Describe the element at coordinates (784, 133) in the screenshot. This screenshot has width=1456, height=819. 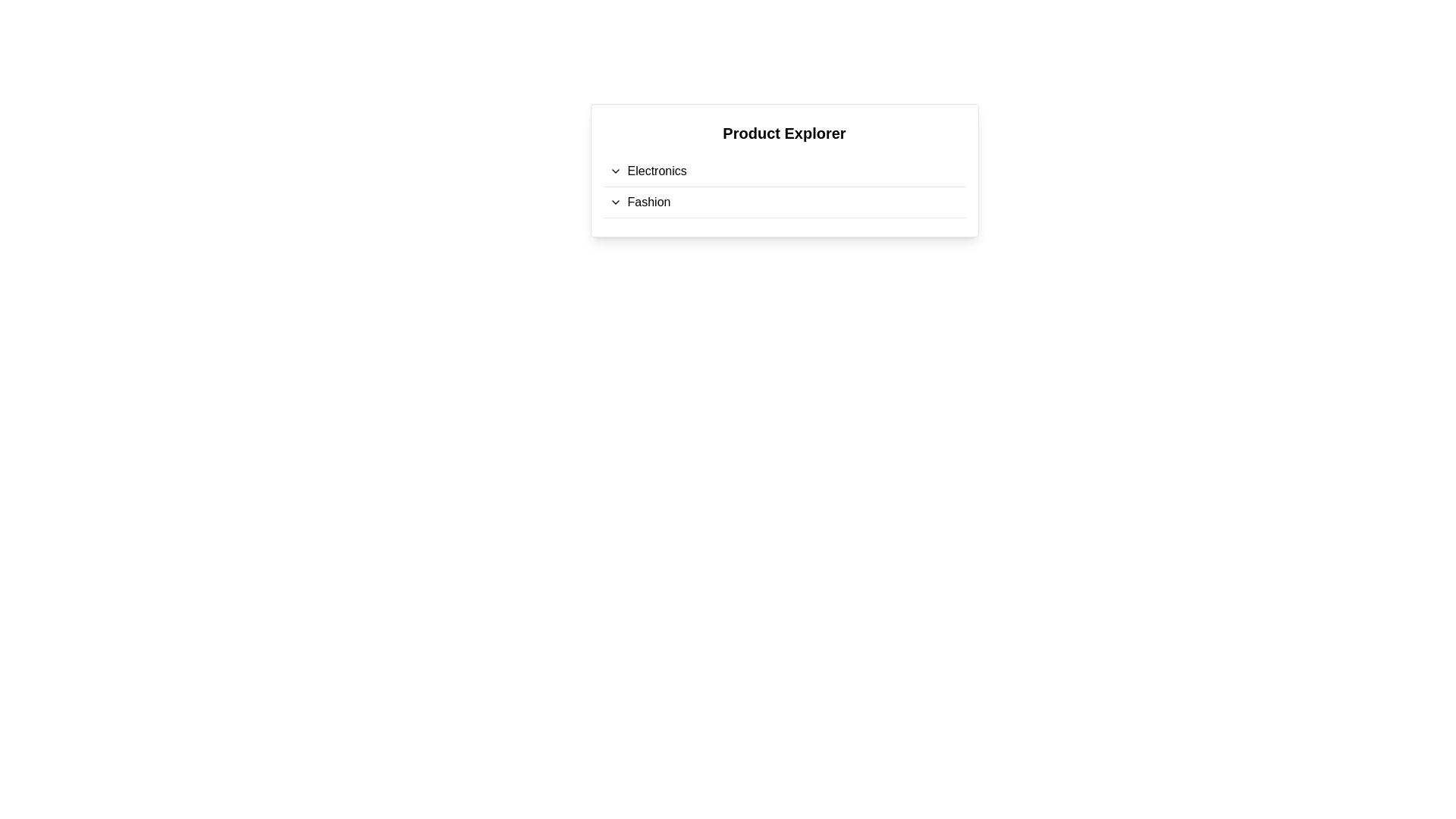
I see `the bold text label 'Product Explorer' located at the top-center of the content block` at that location.